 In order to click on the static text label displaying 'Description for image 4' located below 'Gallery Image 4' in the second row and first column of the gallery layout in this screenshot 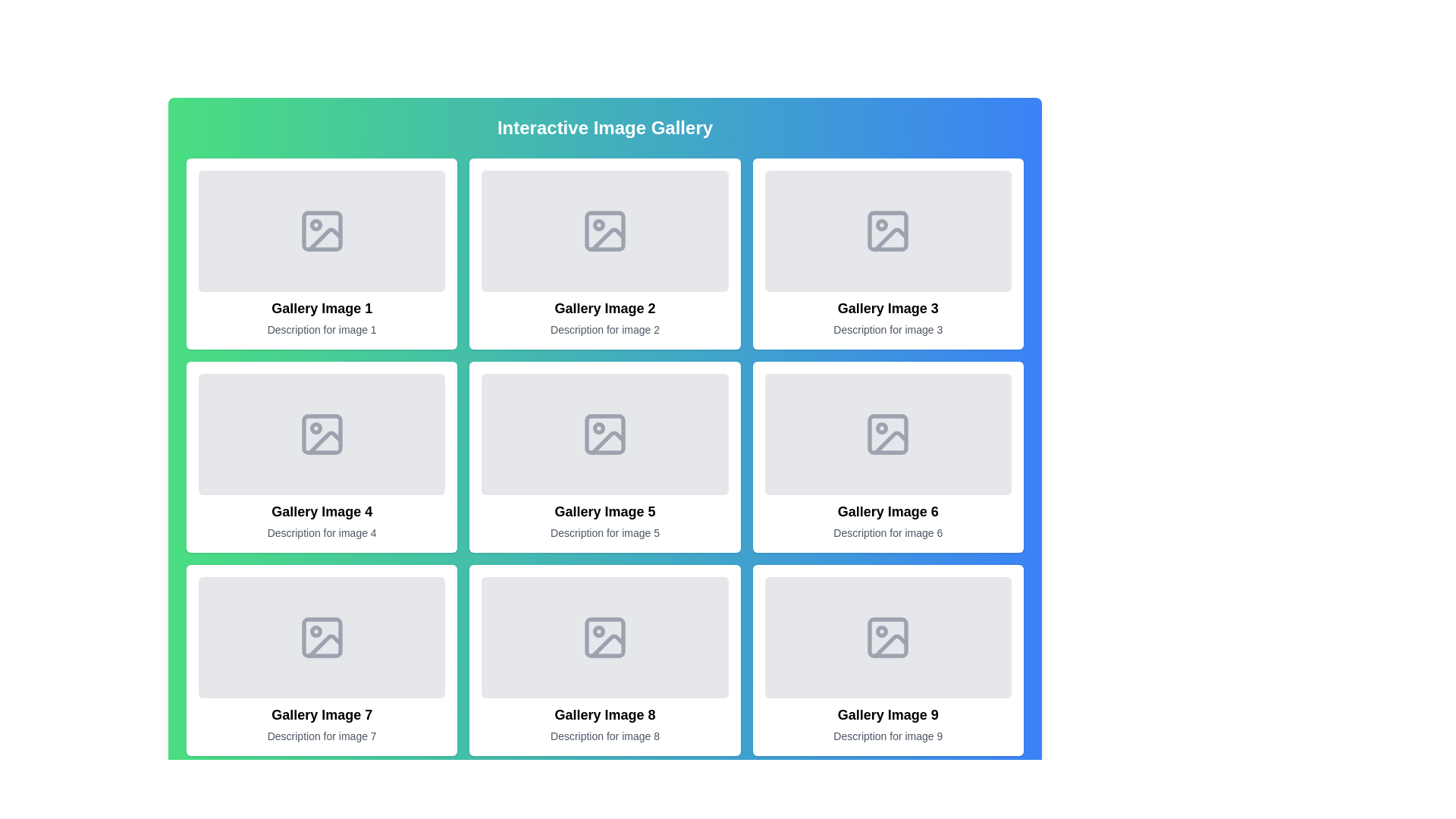, I will do `click(321, 532)`.